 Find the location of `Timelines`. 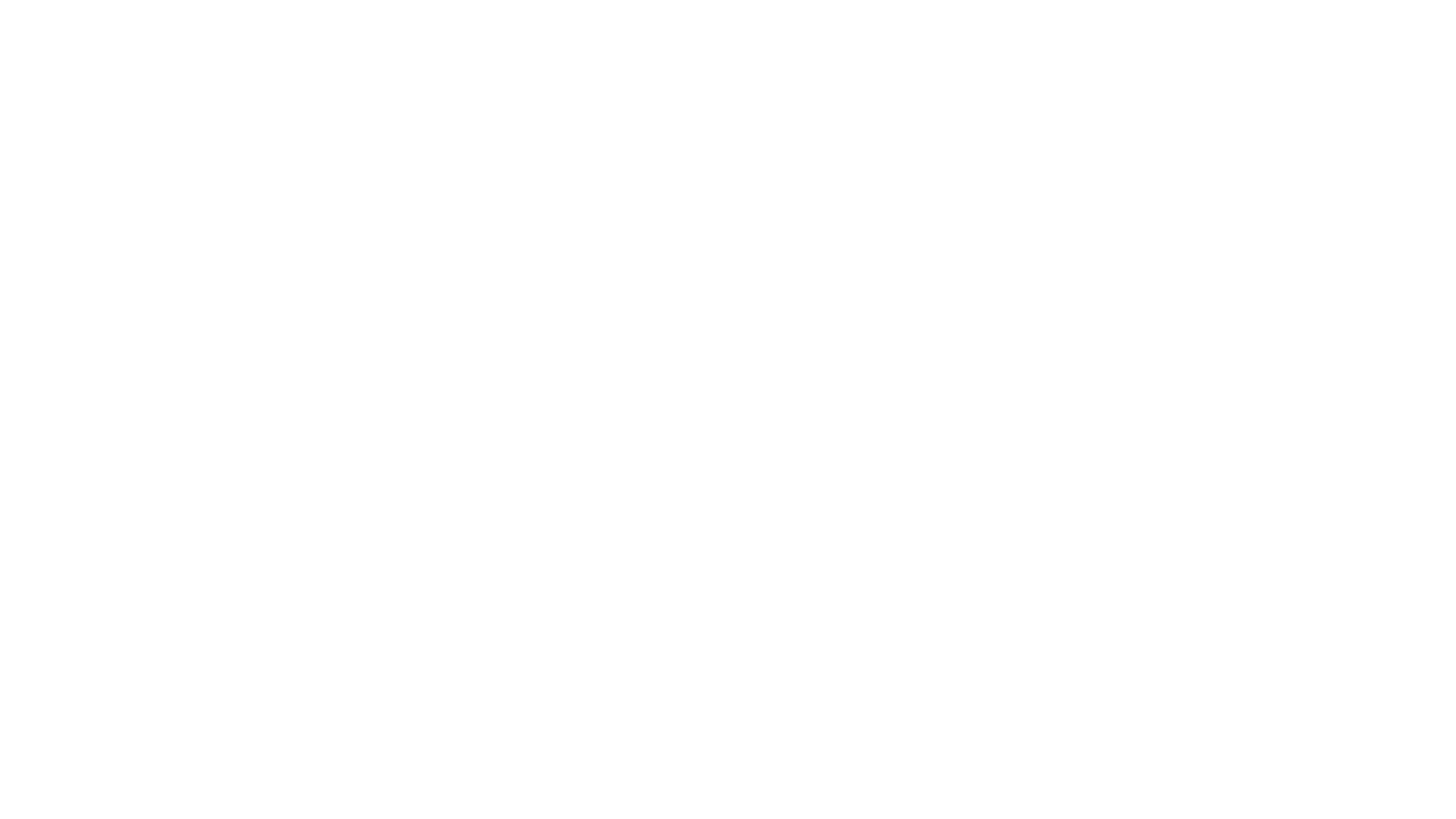

Timelines is located at coordinates (960, 282).